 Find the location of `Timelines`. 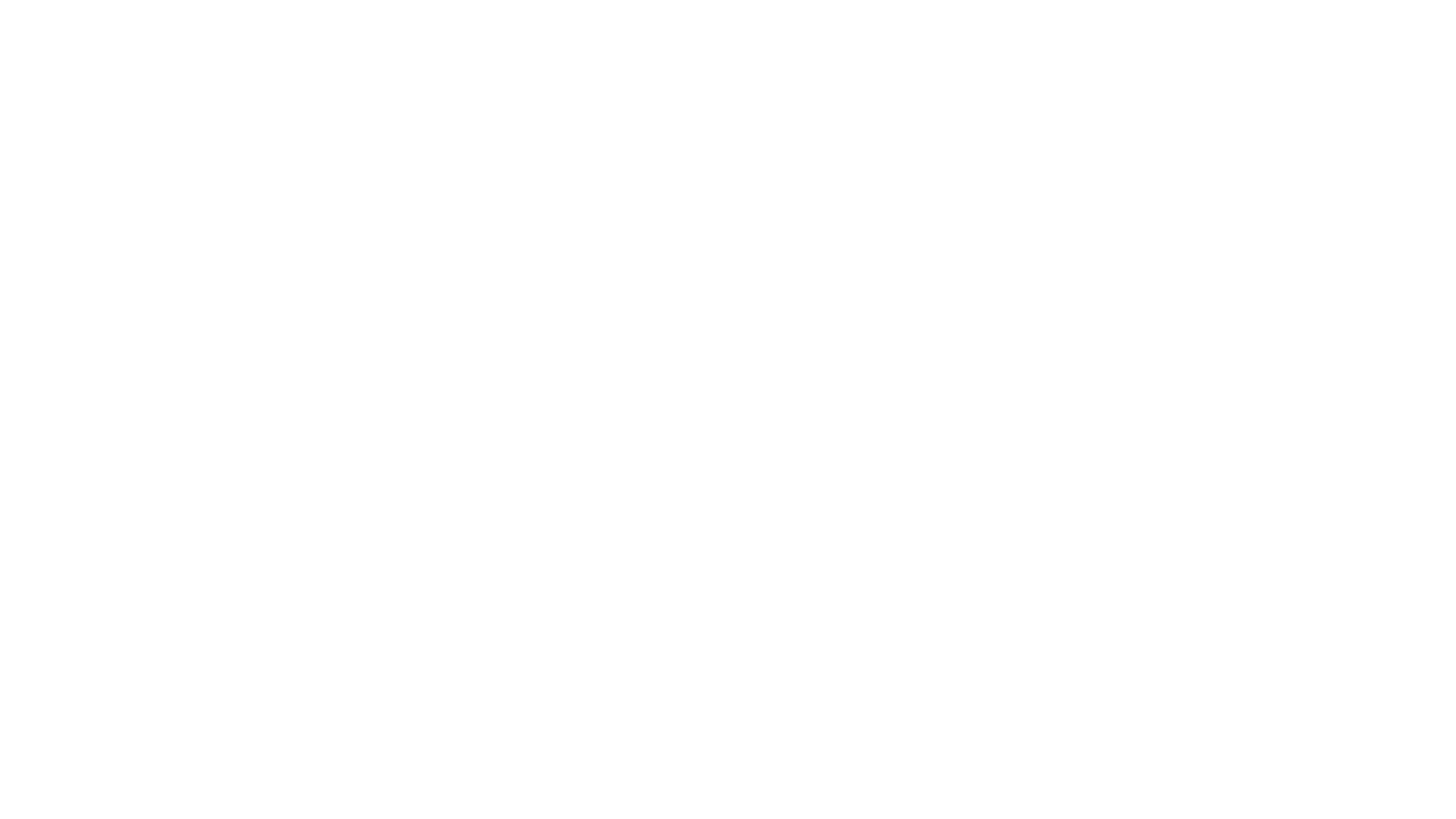

Timelines is located at coordinates (960, 282).